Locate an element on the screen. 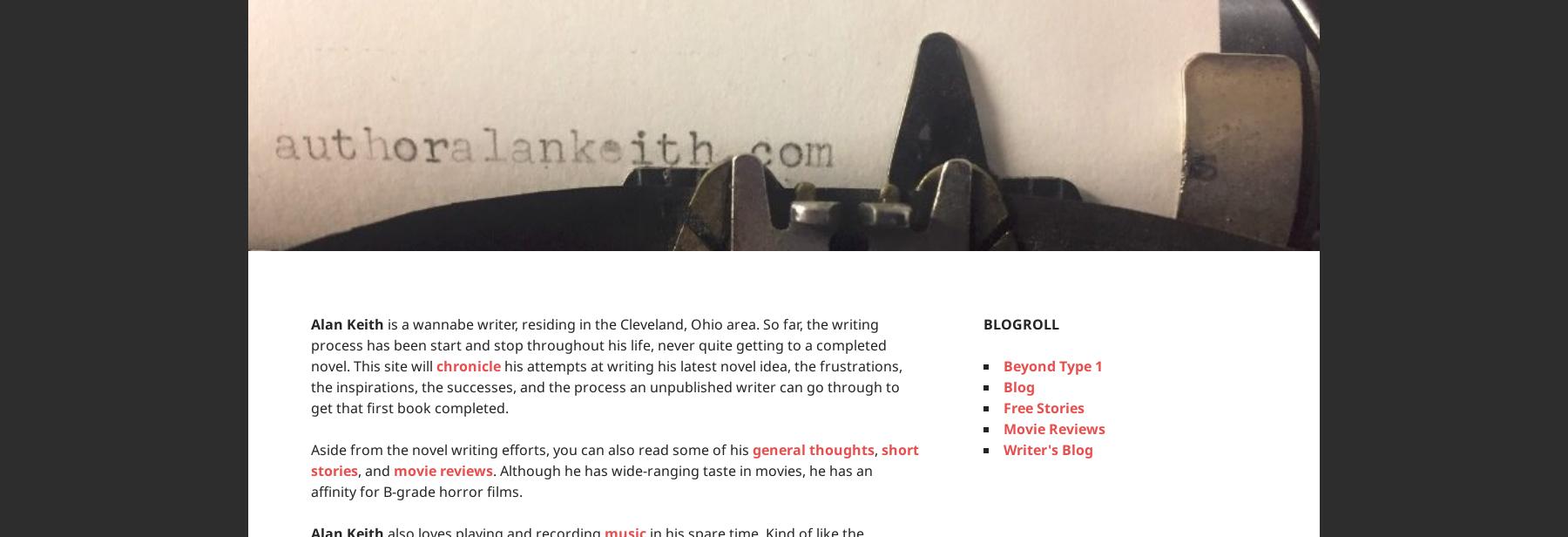 The height and width of the screenshot is (537, 1568). 'his attempts at writing his latest novel idea, the frustrations, the inspirations, the successes, and the process an unpublished writer can go through to get that first book completed.' is located at coordinates (605, 387).